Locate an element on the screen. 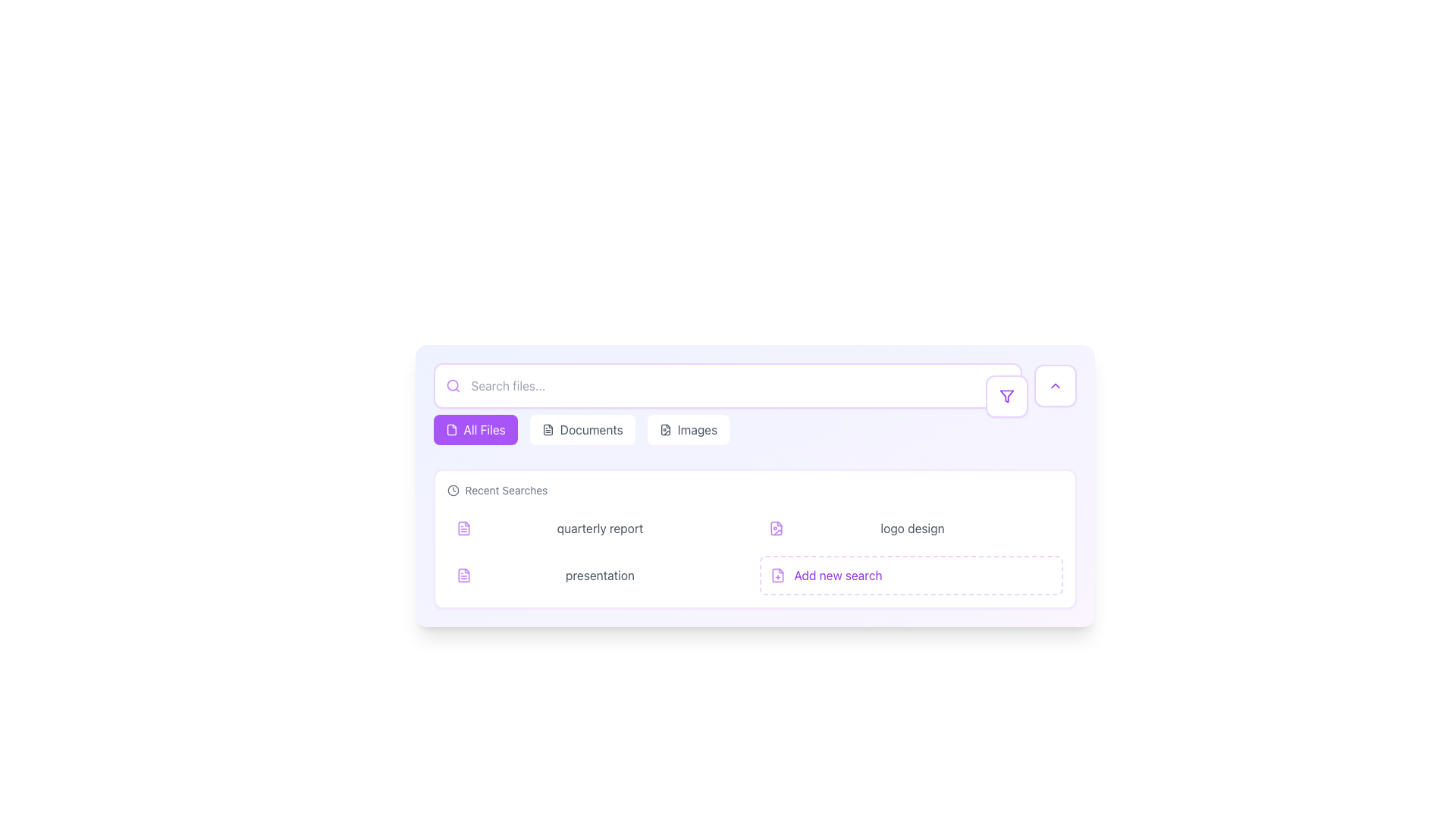 This screenshot has width=1456, height=819. the document icon representing the 'presentation' file located in the recent search entry under the 'All Files' section is located at coordinates (463, 576).